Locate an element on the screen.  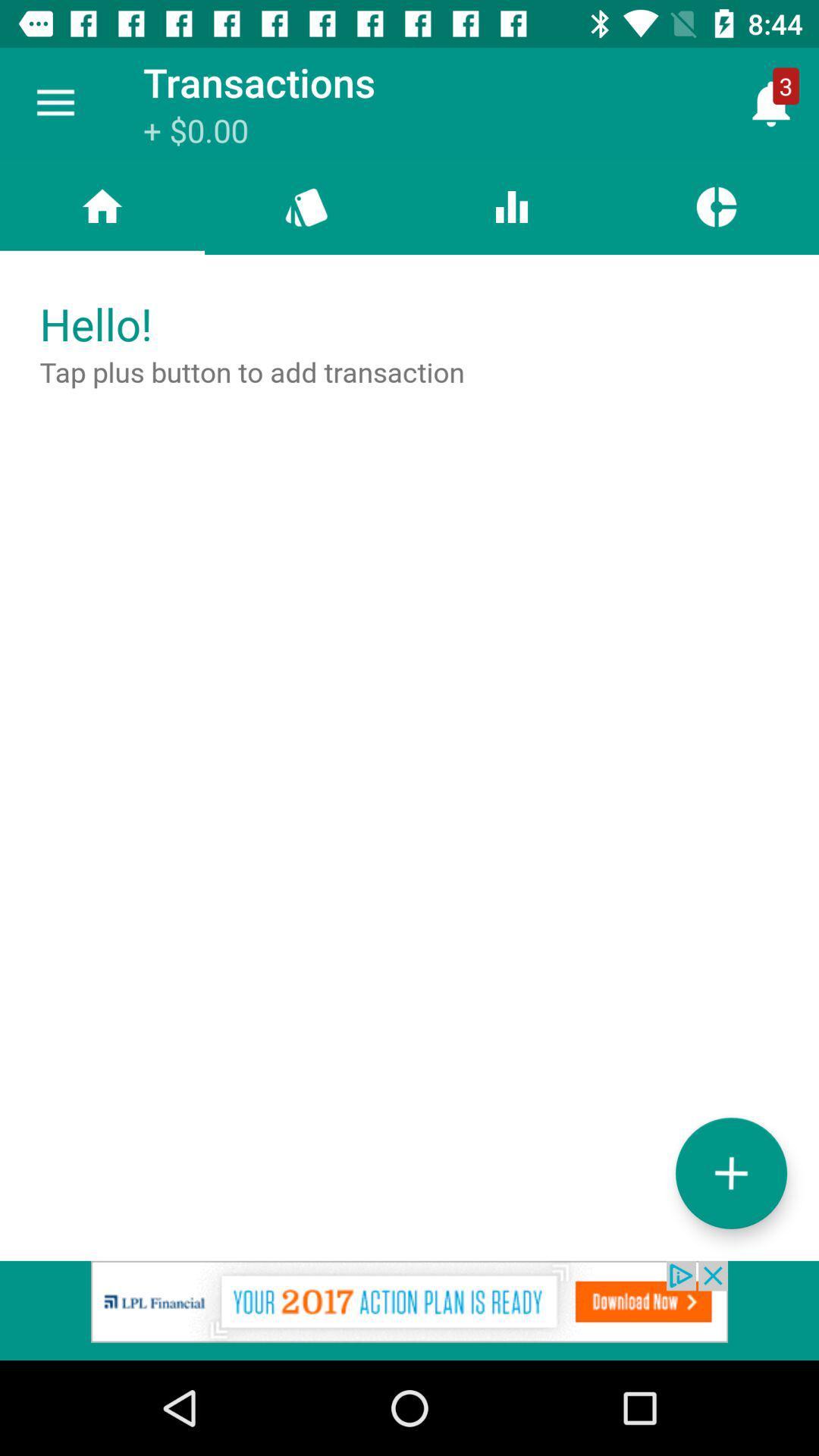
the transactions is located at coordinates (730, 1172).